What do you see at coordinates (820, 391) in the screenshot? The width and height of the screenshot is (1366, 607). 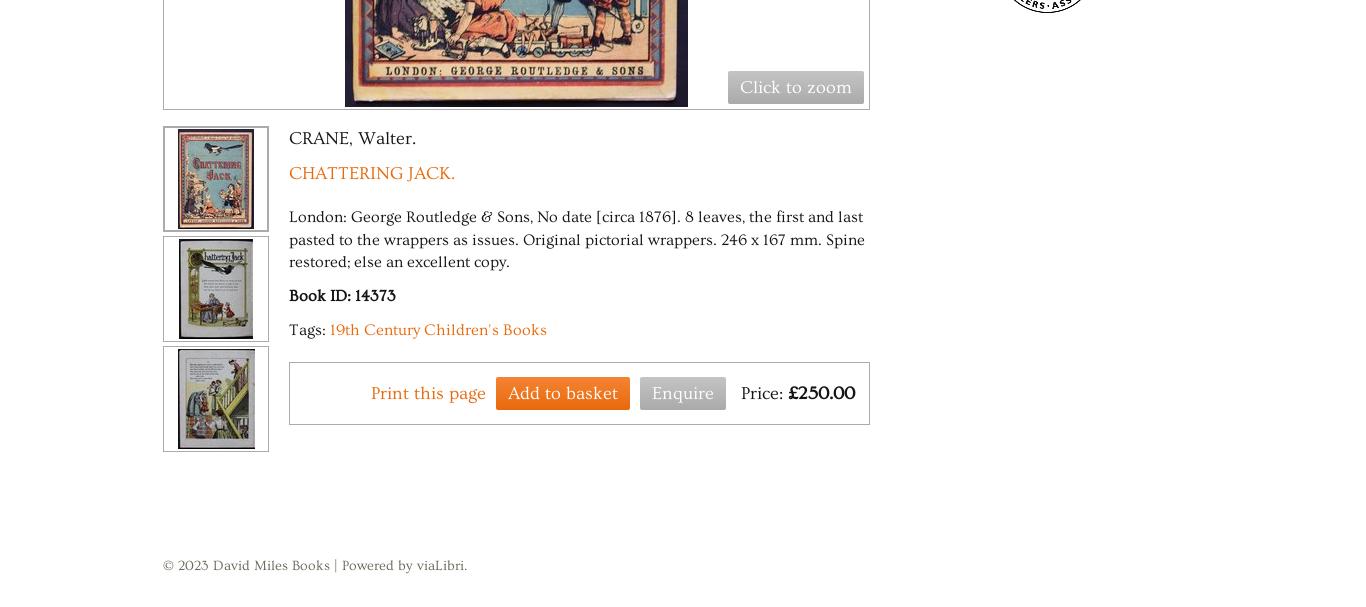 I see `'£250.00'` at bounding box center [820, 391].